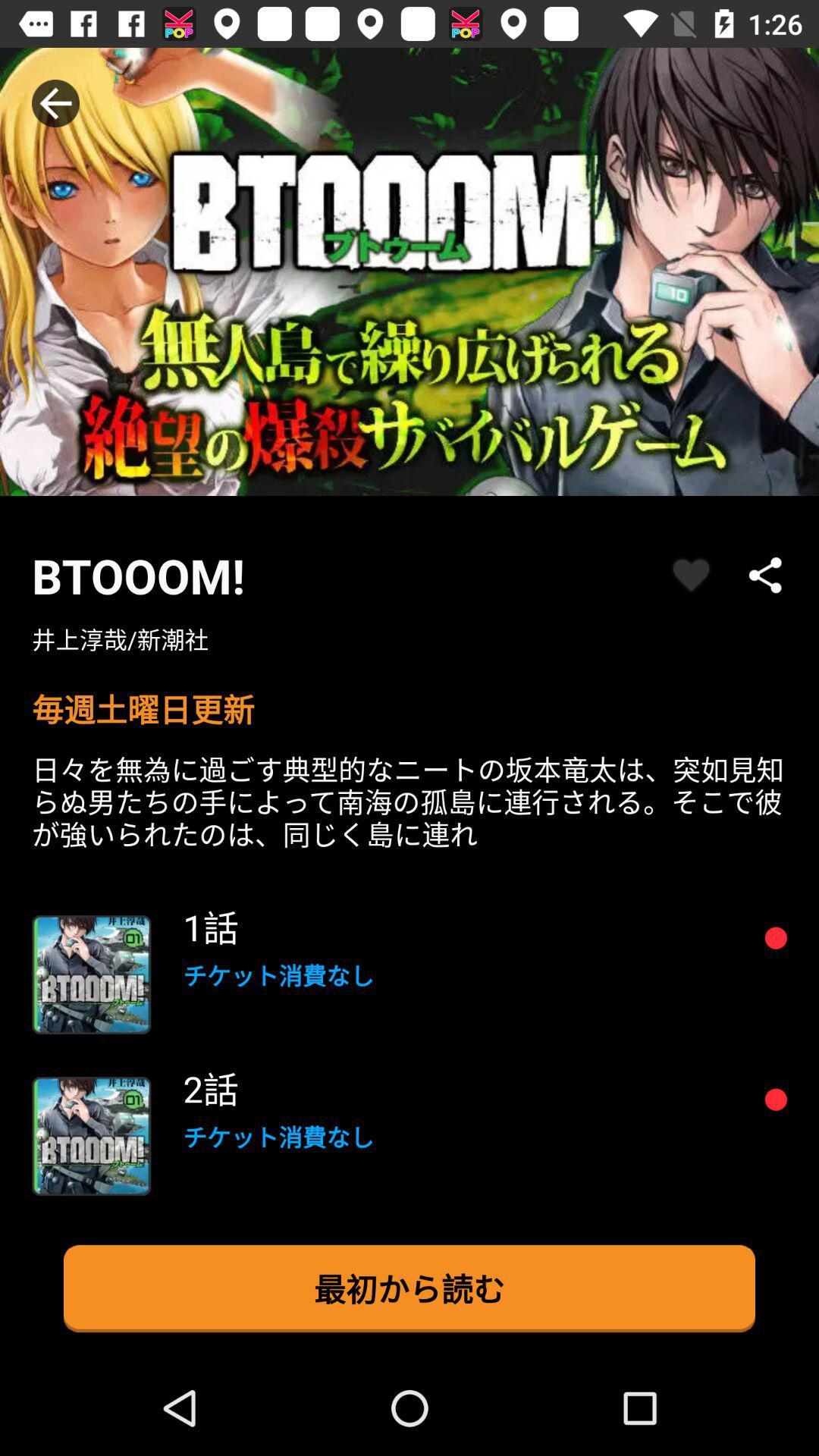 The height and width of the screenshot is (1456, 819). What do you see at coordinates (766, 574) in the screenshot?
I see `the share icon` at bounding box center [766, 574].